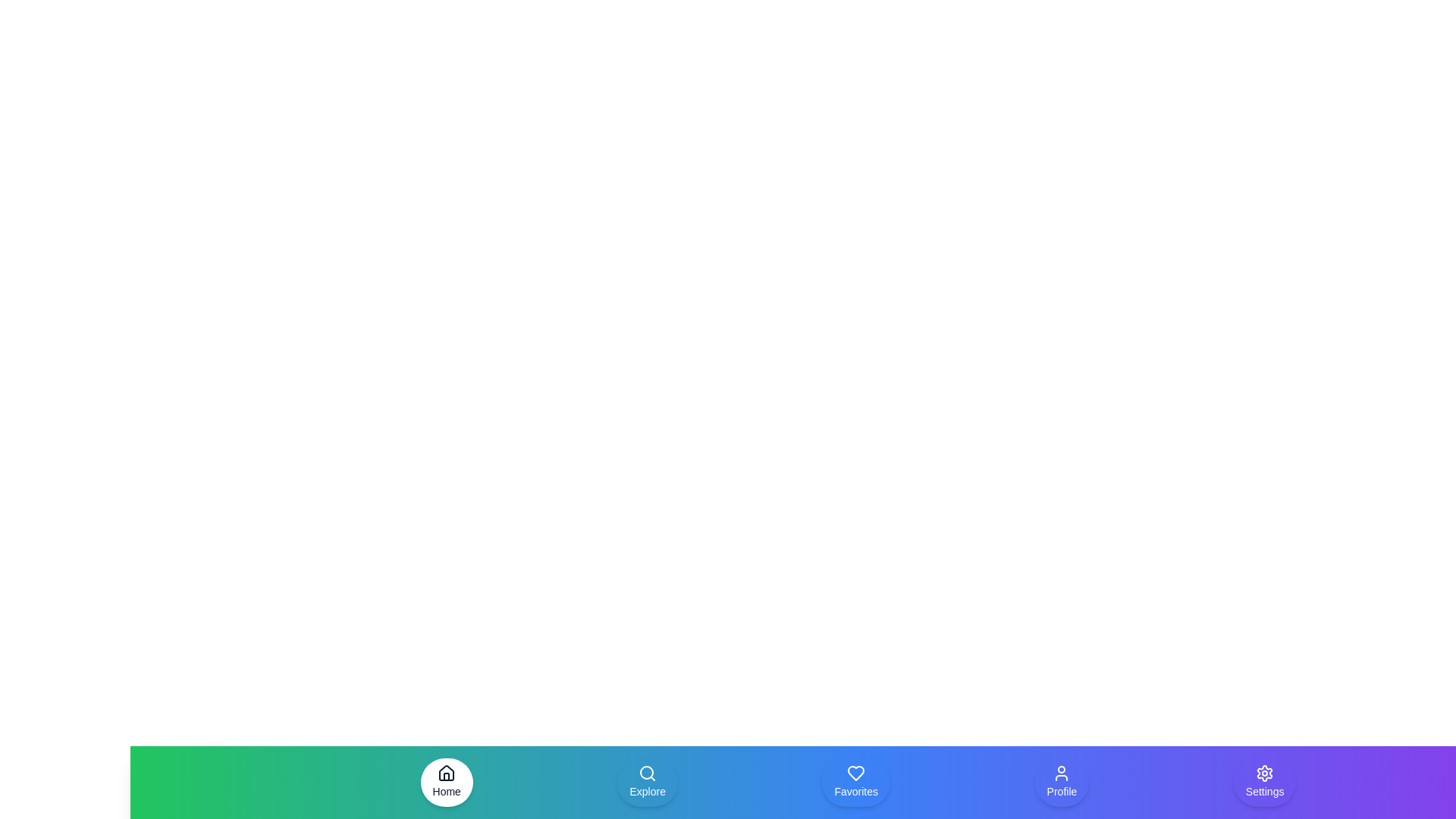 This screenshot has width=1456, height=819. I want to click on the button labeled Explore to observe its visual state change, so click(648, 783).